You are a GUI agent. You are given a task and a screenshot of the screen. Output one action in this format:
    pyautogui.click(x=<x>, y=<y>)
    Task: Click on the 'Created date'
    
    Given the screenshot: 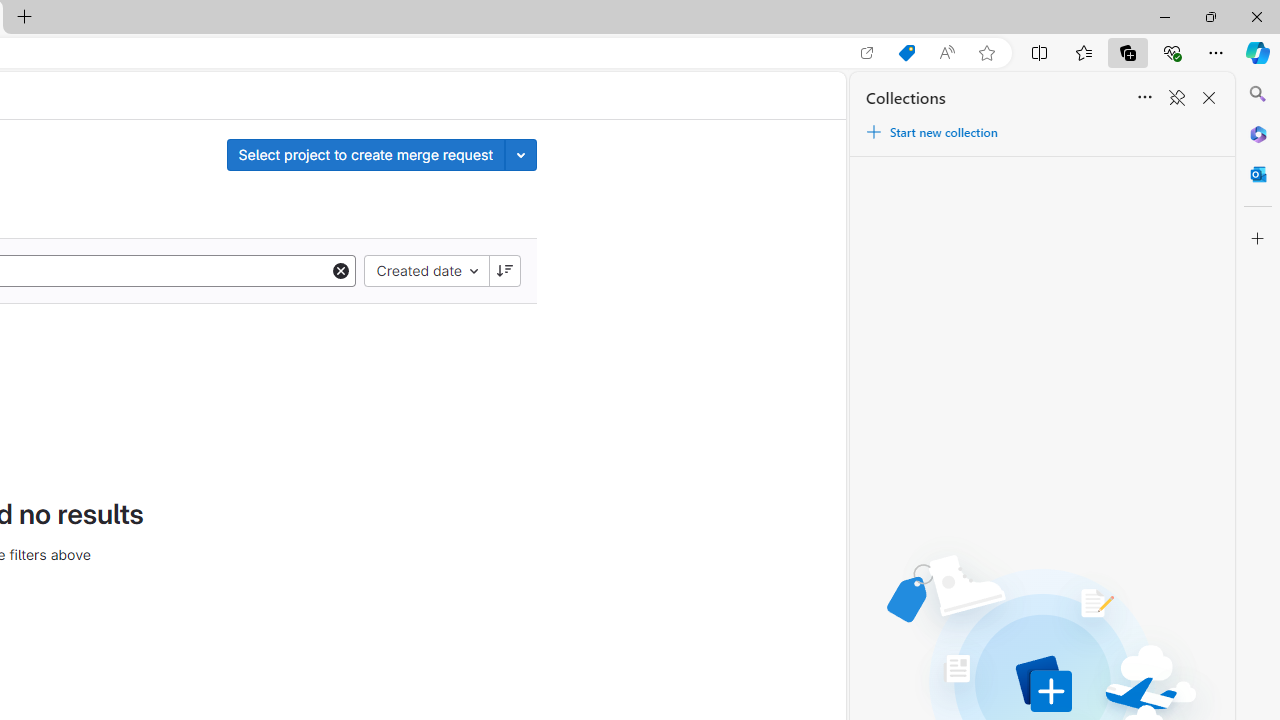 What is the action you would take?
    pyautogui.click(x=425, y=270)
    